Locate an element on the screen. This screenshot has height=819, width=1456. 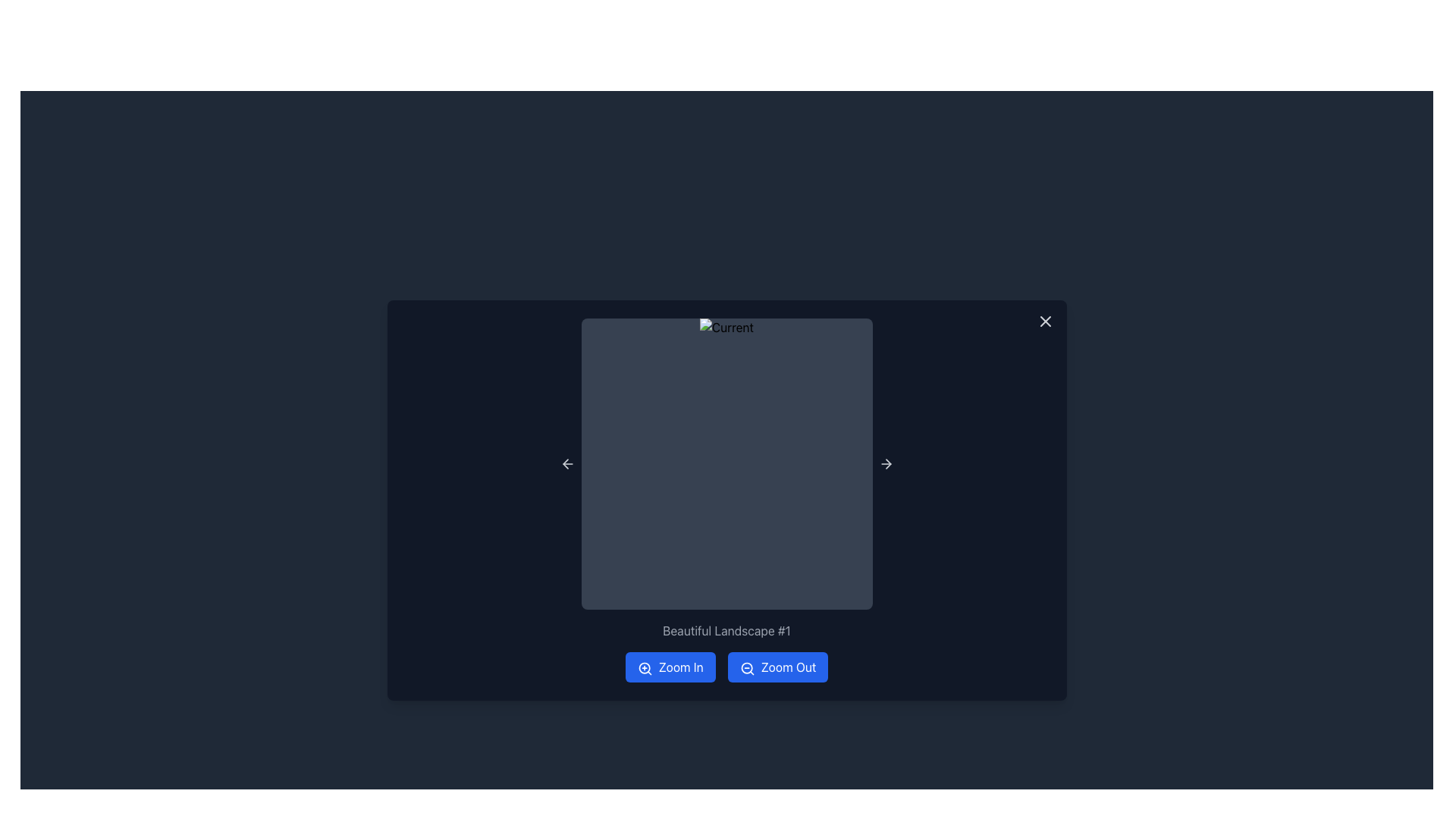
the decorative icon within the 'Zoom Out' button located at the bottom-right corner of the modal window is located at coordinates (746, 667).